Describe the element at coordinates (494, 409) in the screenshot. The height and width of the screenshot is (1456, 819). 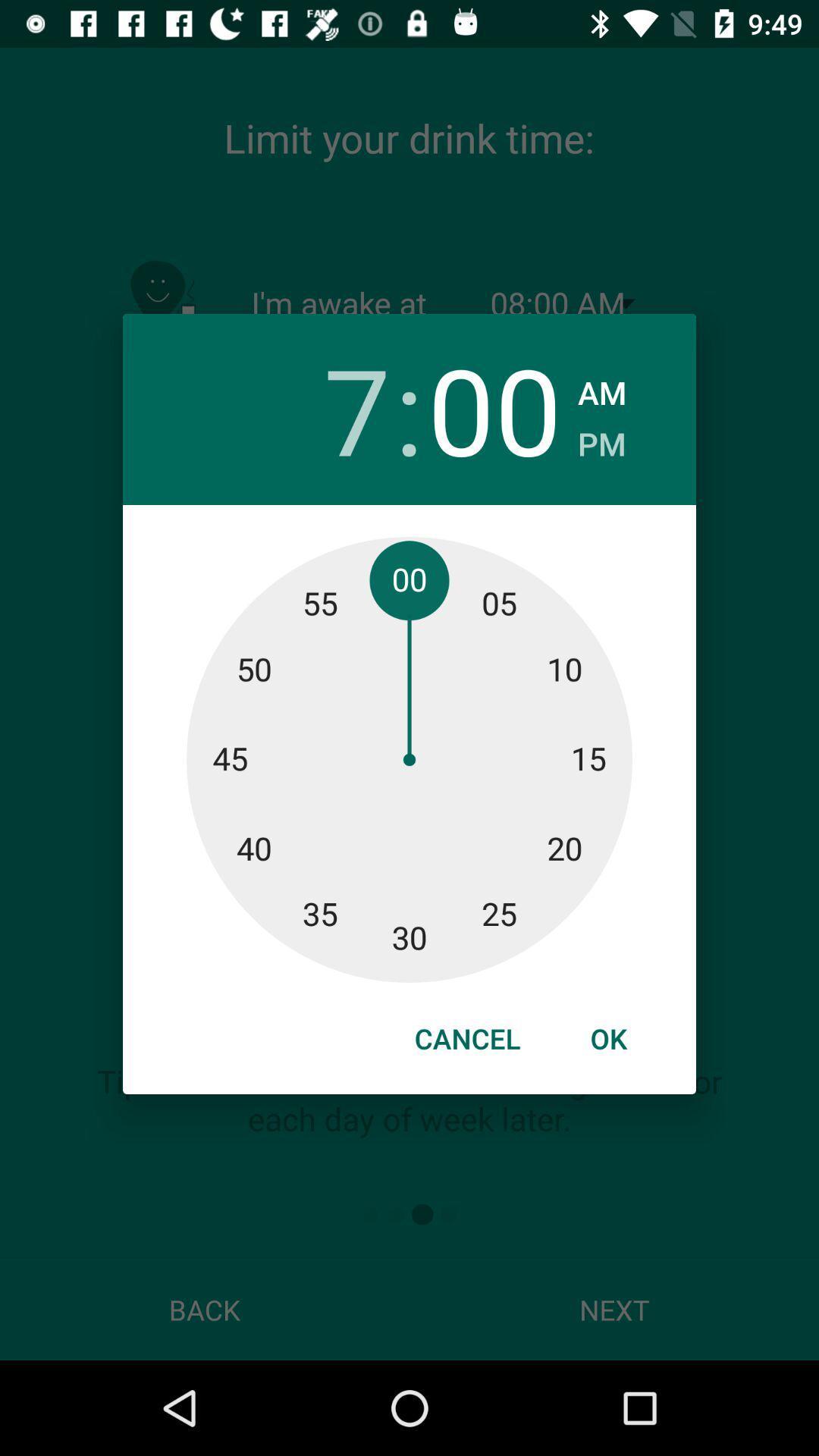
I see `00` at that location.